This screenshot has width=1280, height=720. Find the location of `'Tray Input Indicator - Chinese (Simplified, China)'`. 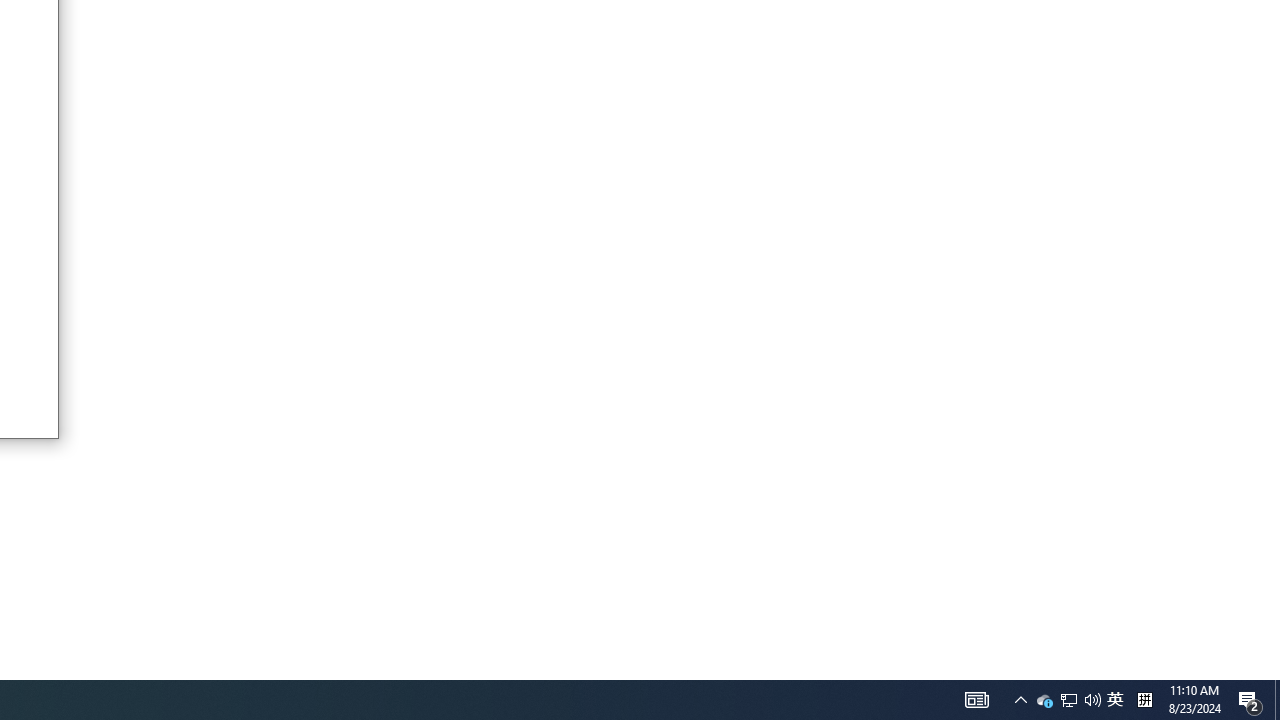

'Tray Input Indicator - Chinese (Simplified, China)' is located at coordinates (1114, 698).